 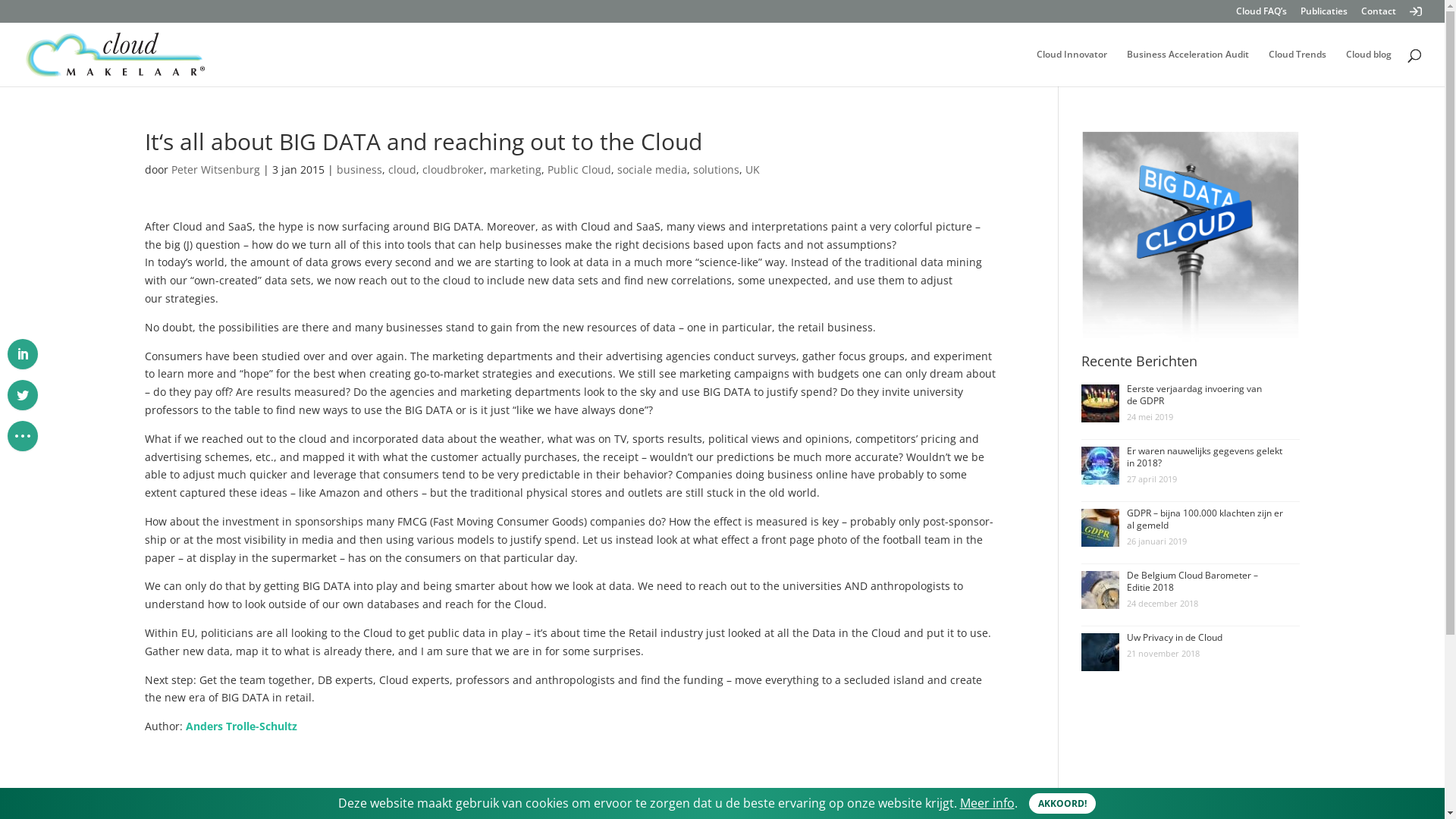 What do you see at coordinates (359, 169) in the screenshot?
I see `'business'` at bounding box center [359, 169].